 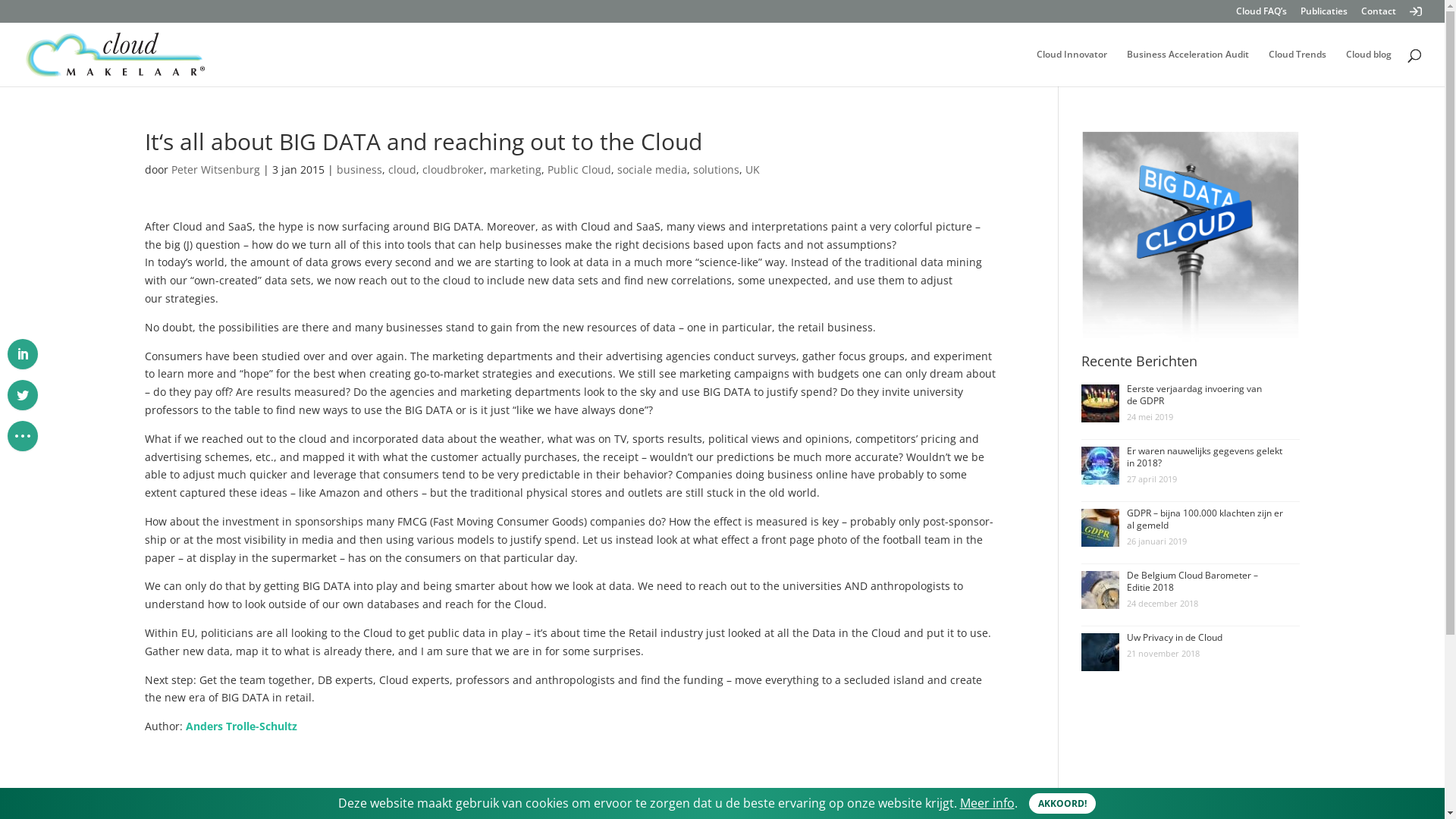 What do you see at coordinates (359, 169) in the screenshot?
I see `'business'` at bounding box center [359, 169].